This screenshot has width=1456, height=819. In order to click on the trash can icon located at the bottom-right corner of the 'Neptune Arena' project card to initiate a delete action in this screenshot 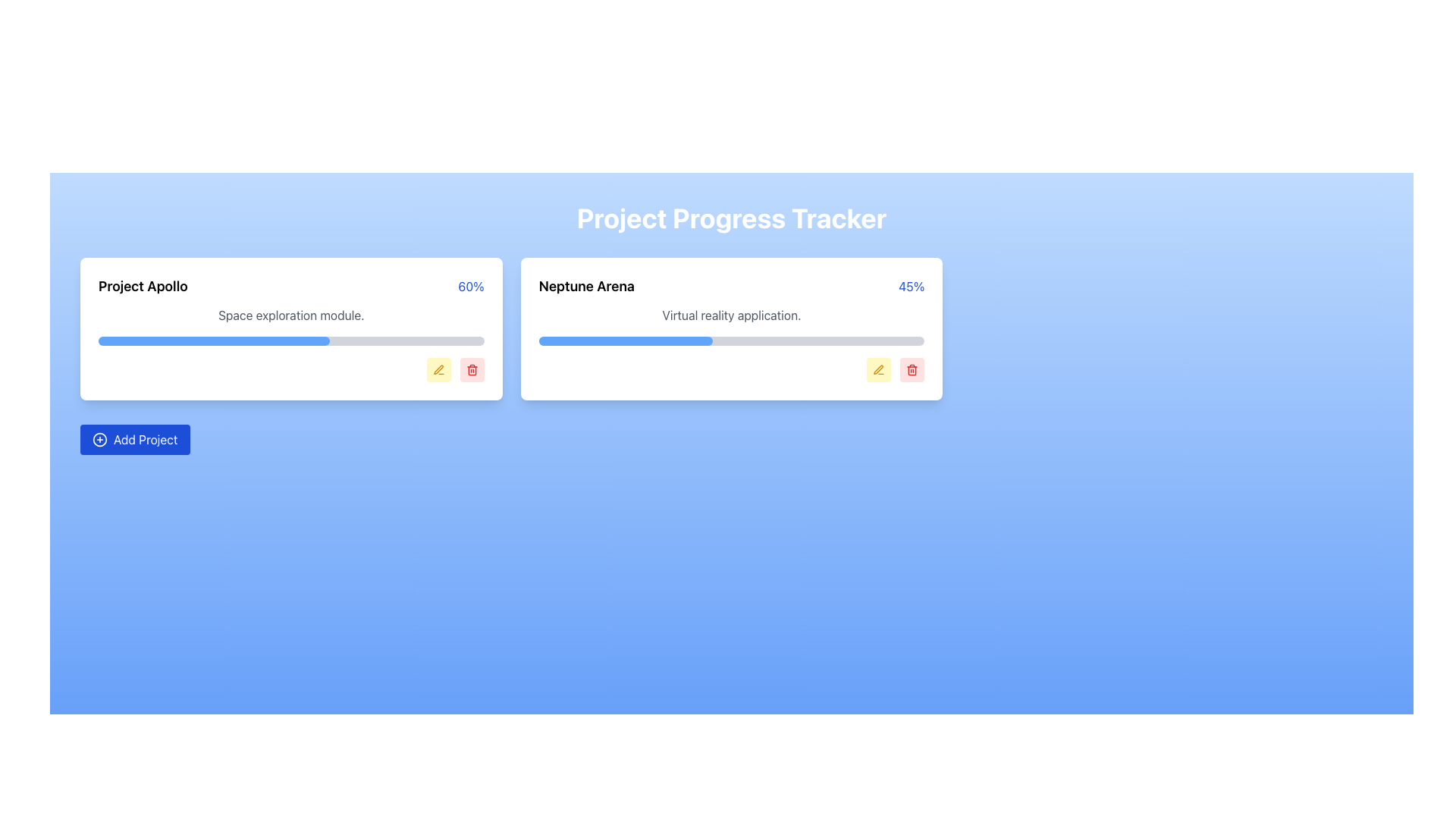, I will do `click(912, 370)`.